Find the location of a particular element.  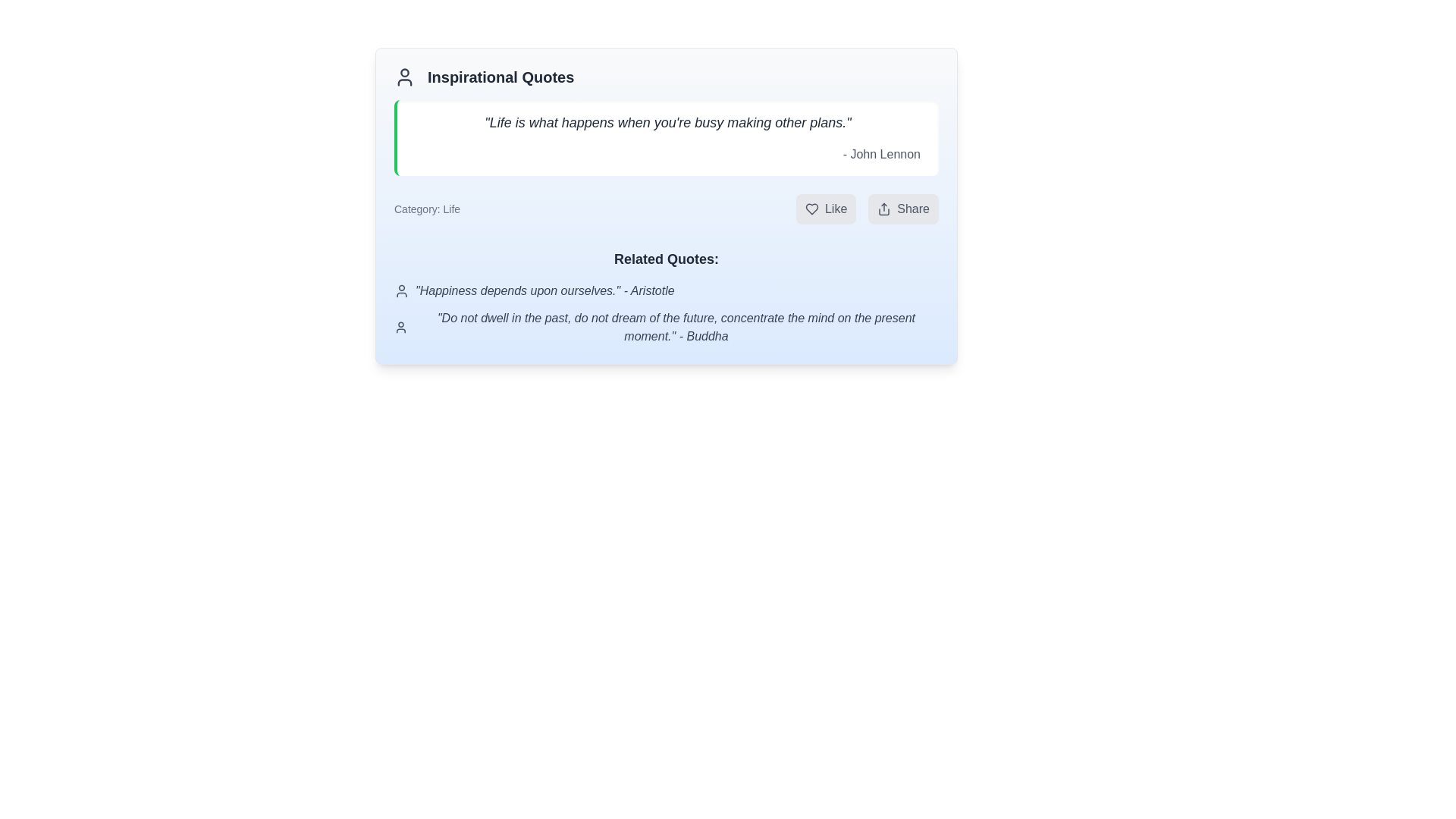

the decorative or informational icon positioned to the left of the quote text in the bottom section of the inspirational quotes card is located at coordinates (400, 327).